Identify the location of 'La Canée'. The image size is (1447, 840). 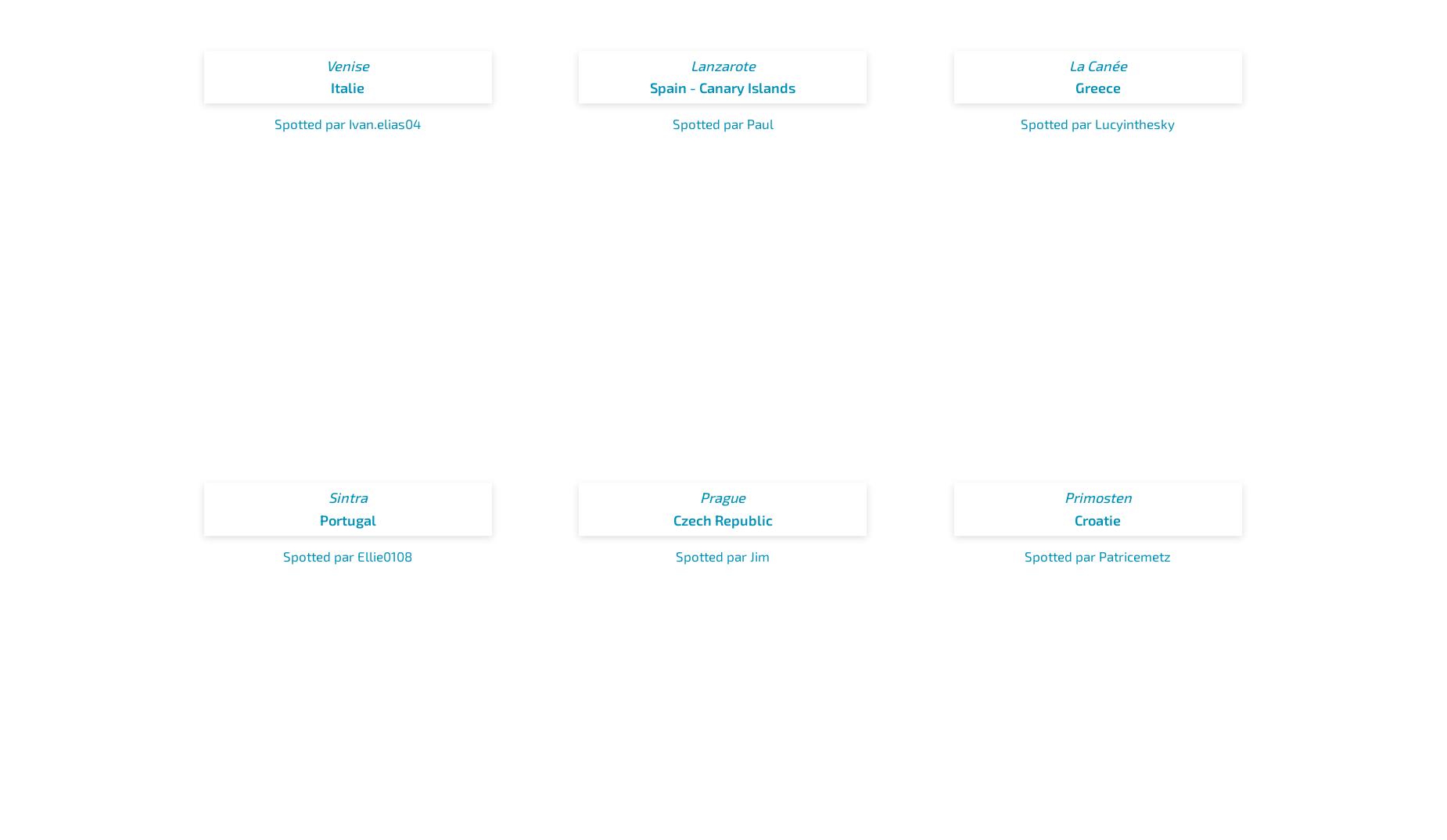
(1097, 65).